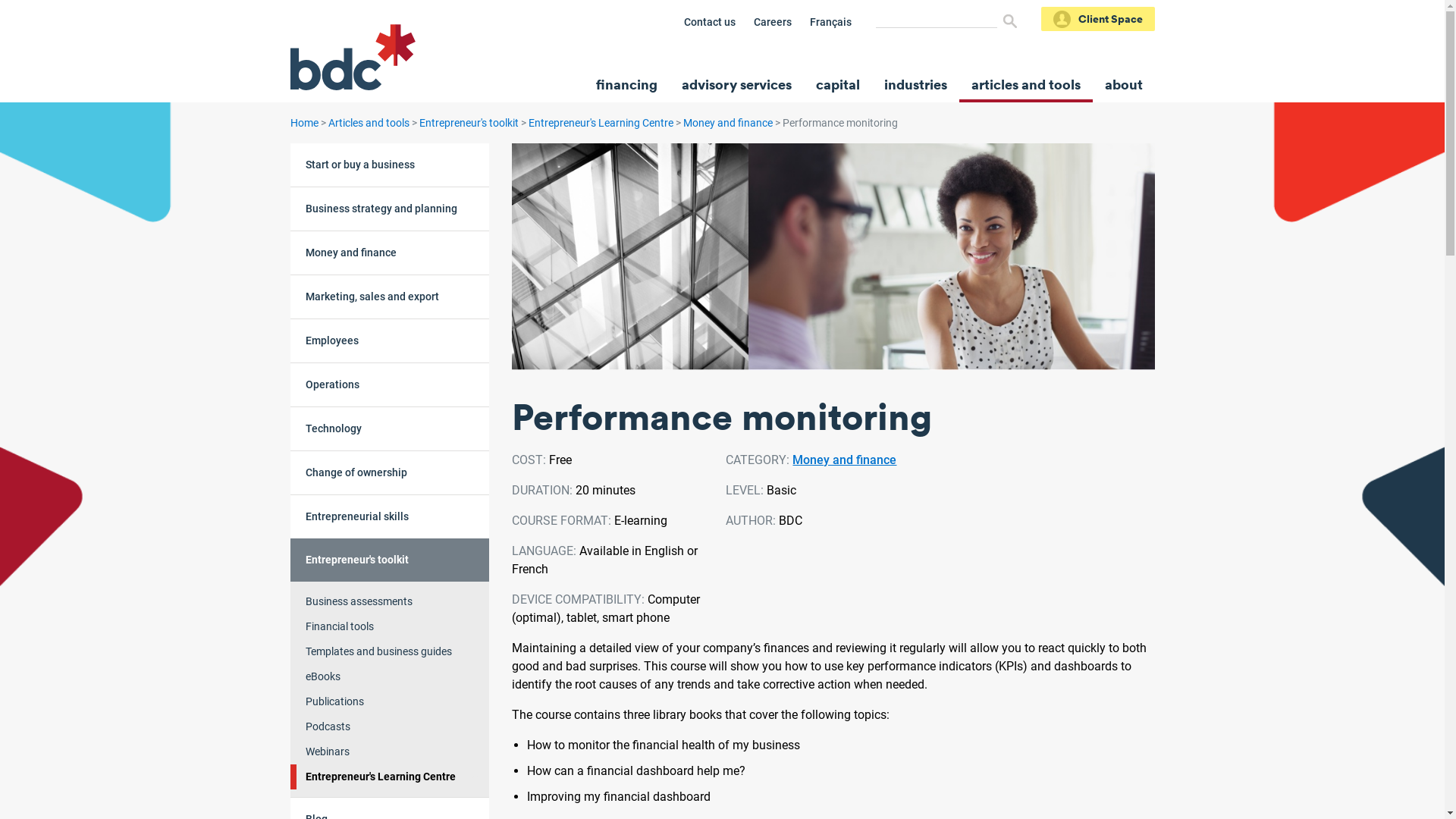 The height and width of the screenshot is (819, 1456). Describe the element at coordinates (389, 472) in the screenshot. I see `'Change of ownership'` at that location.